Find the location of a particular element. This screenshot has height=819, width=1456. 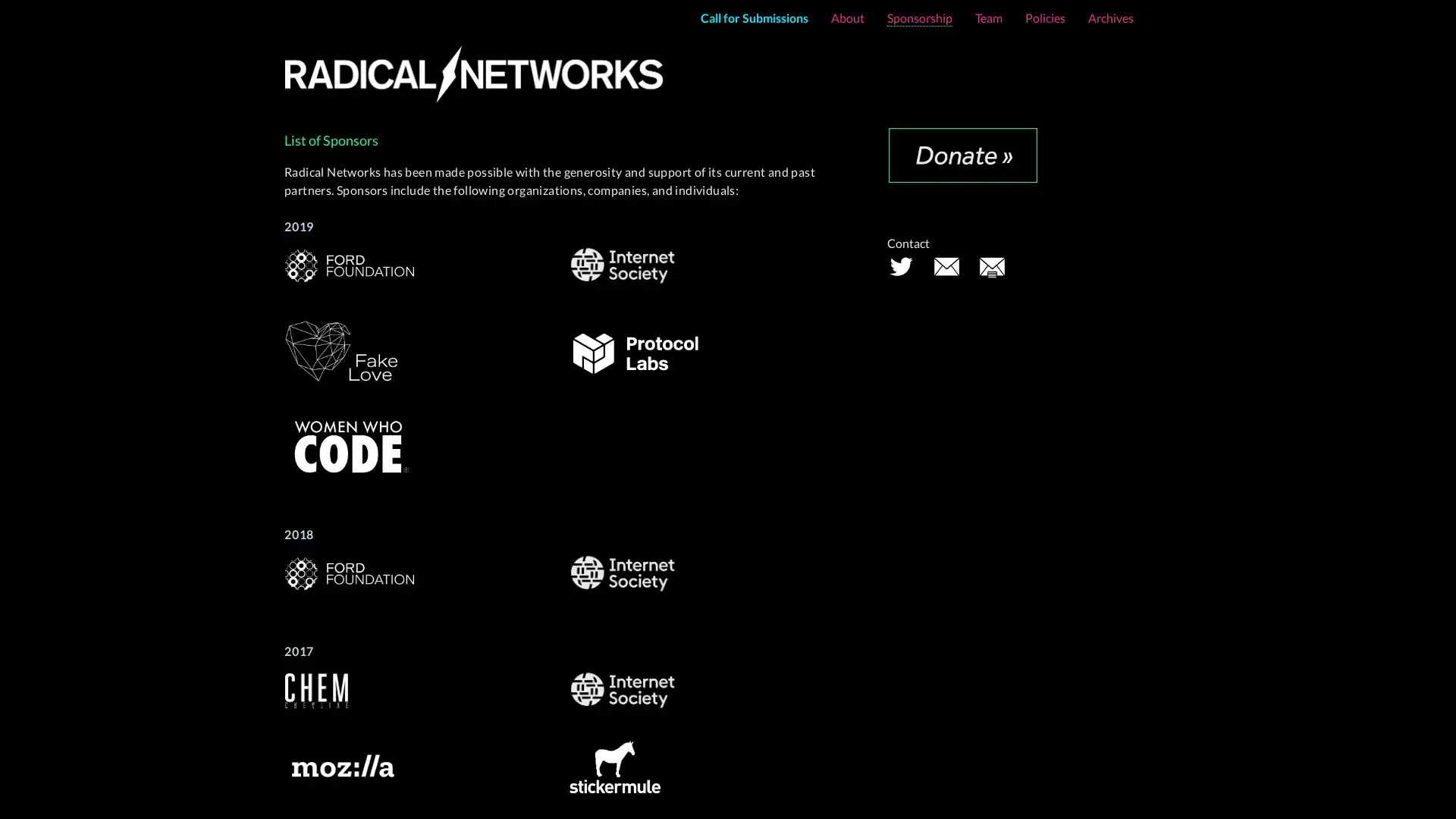

Donate with PayPal button is located at coordinates (962, 155).